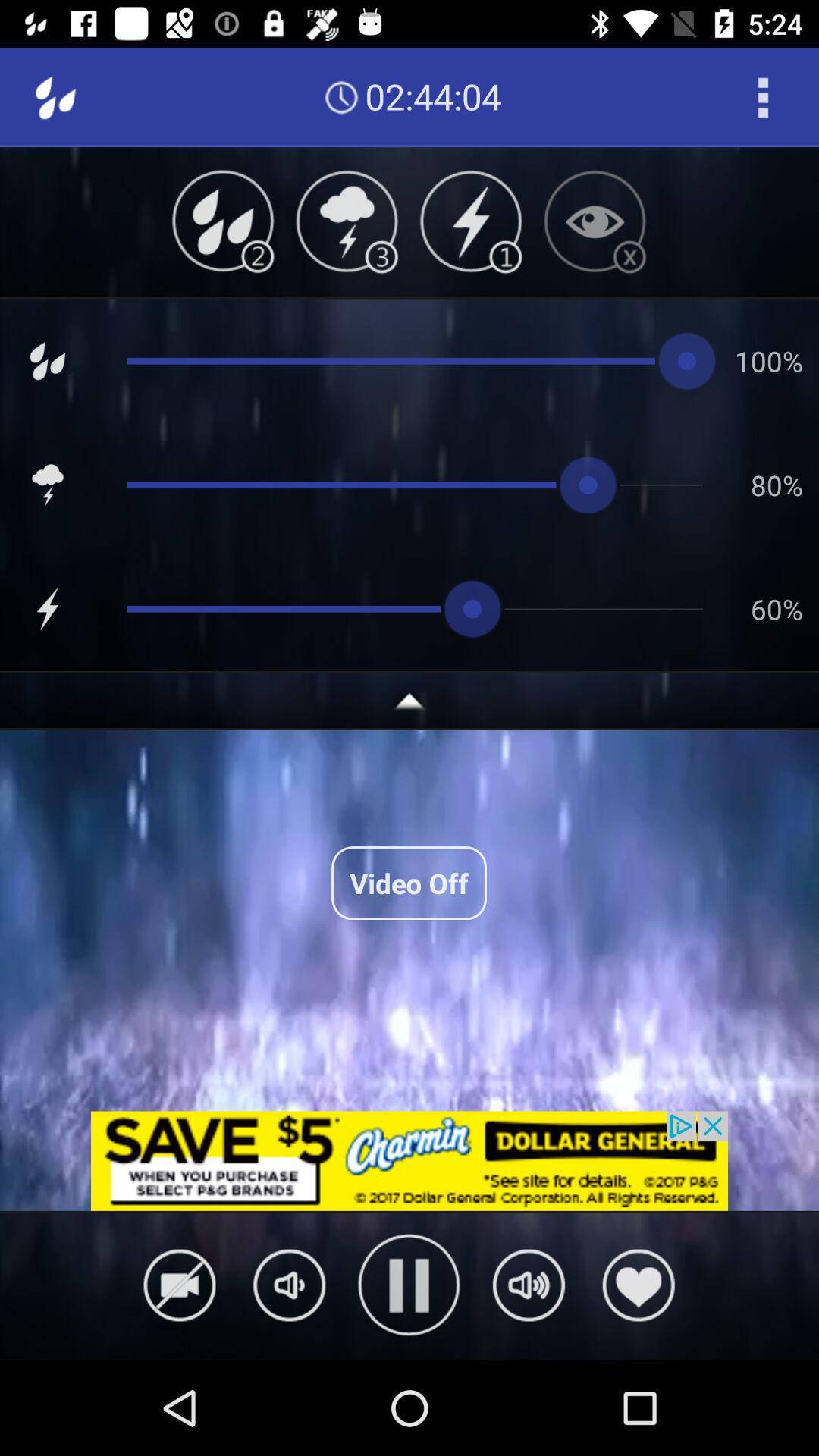 The height and width of the screenshot is (1456, 819). Describe the element at coordinates (470, 221) in the screenshot. I see `the flash icon` at that location.